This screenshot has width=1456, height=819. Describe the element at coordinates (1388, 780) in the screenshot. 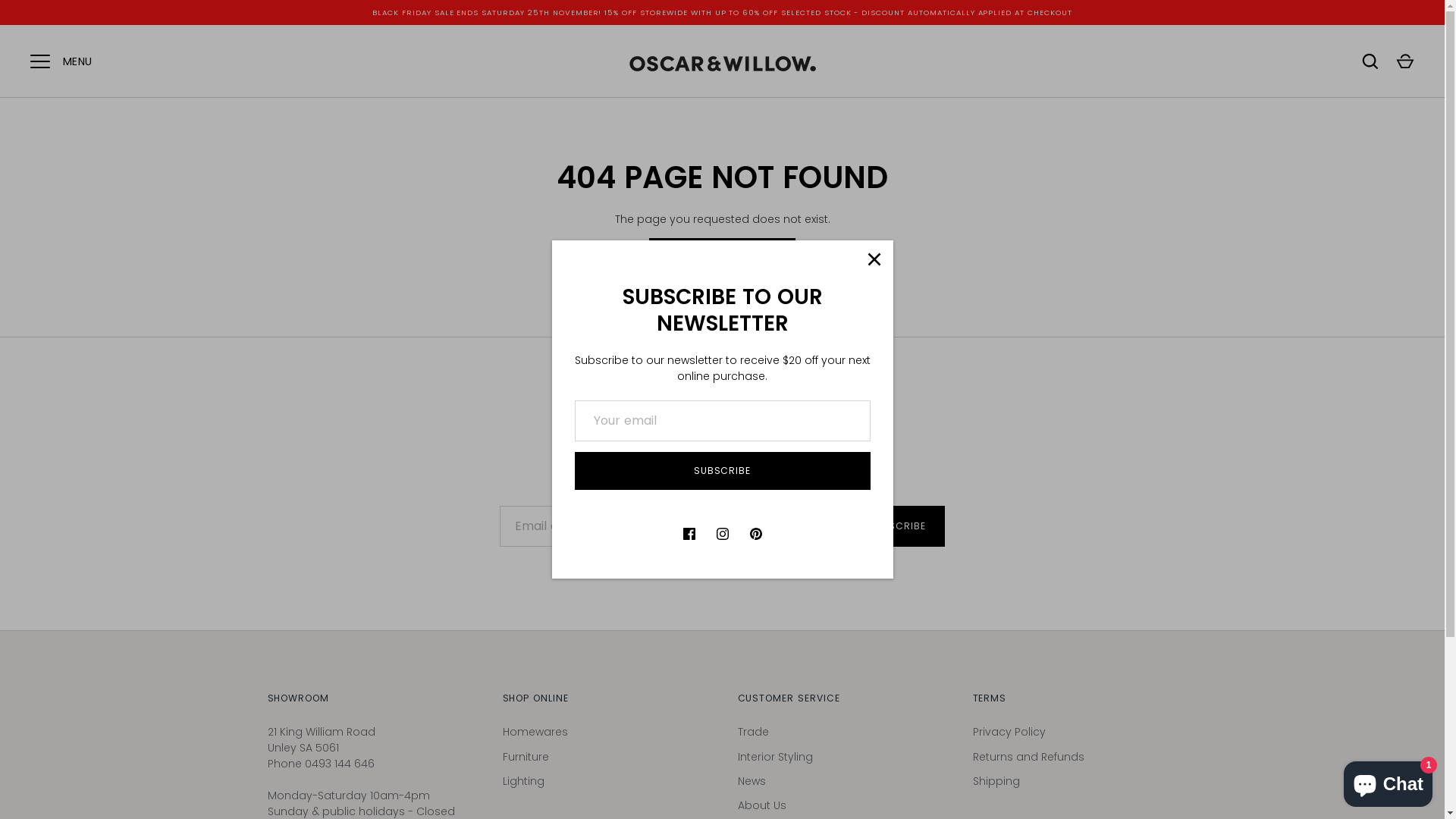

I see `'Shopify online store chat'` at that location.